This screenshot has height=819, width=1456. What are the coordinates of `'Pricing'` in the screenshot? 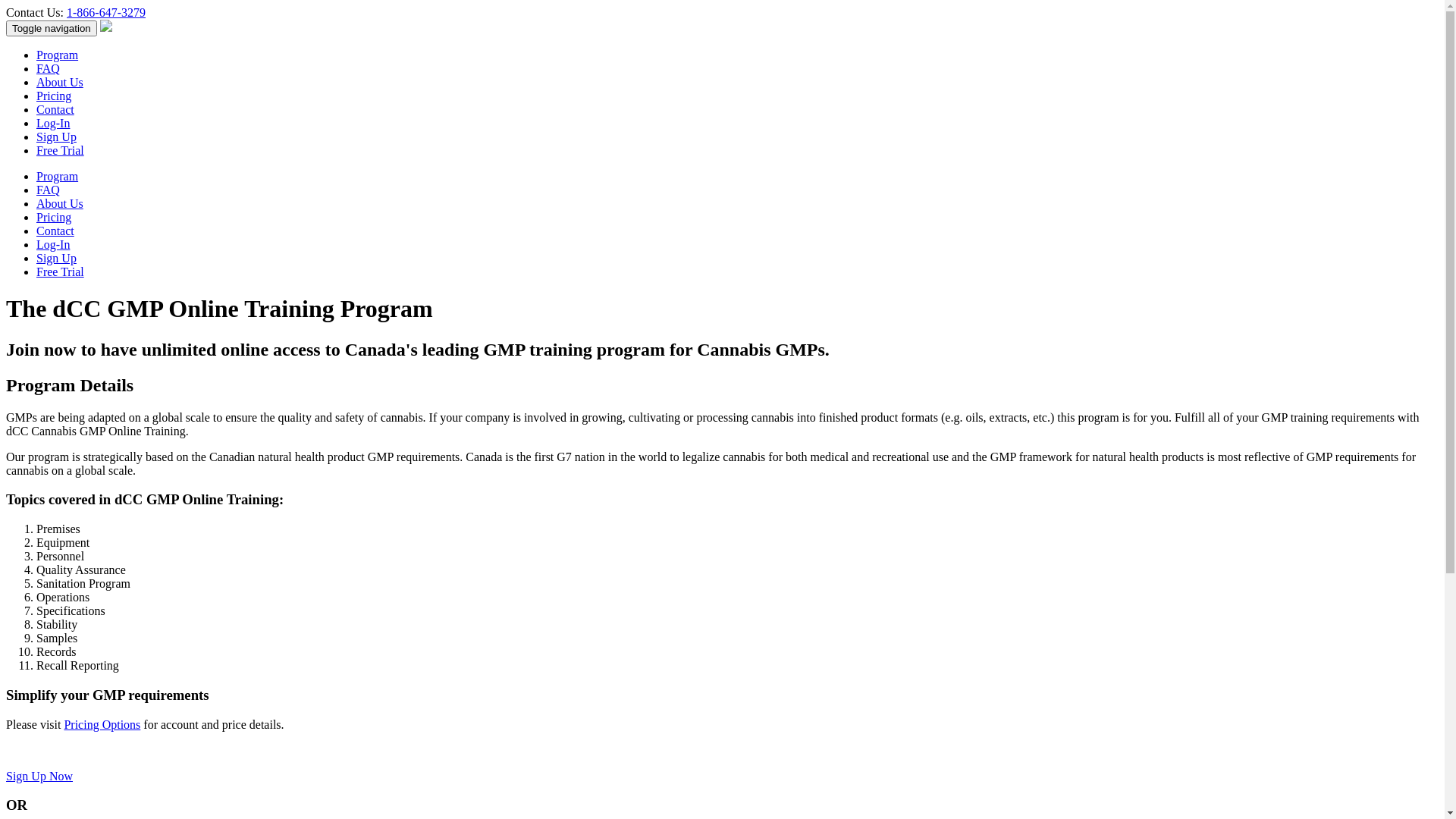 It's located at (54, 217).